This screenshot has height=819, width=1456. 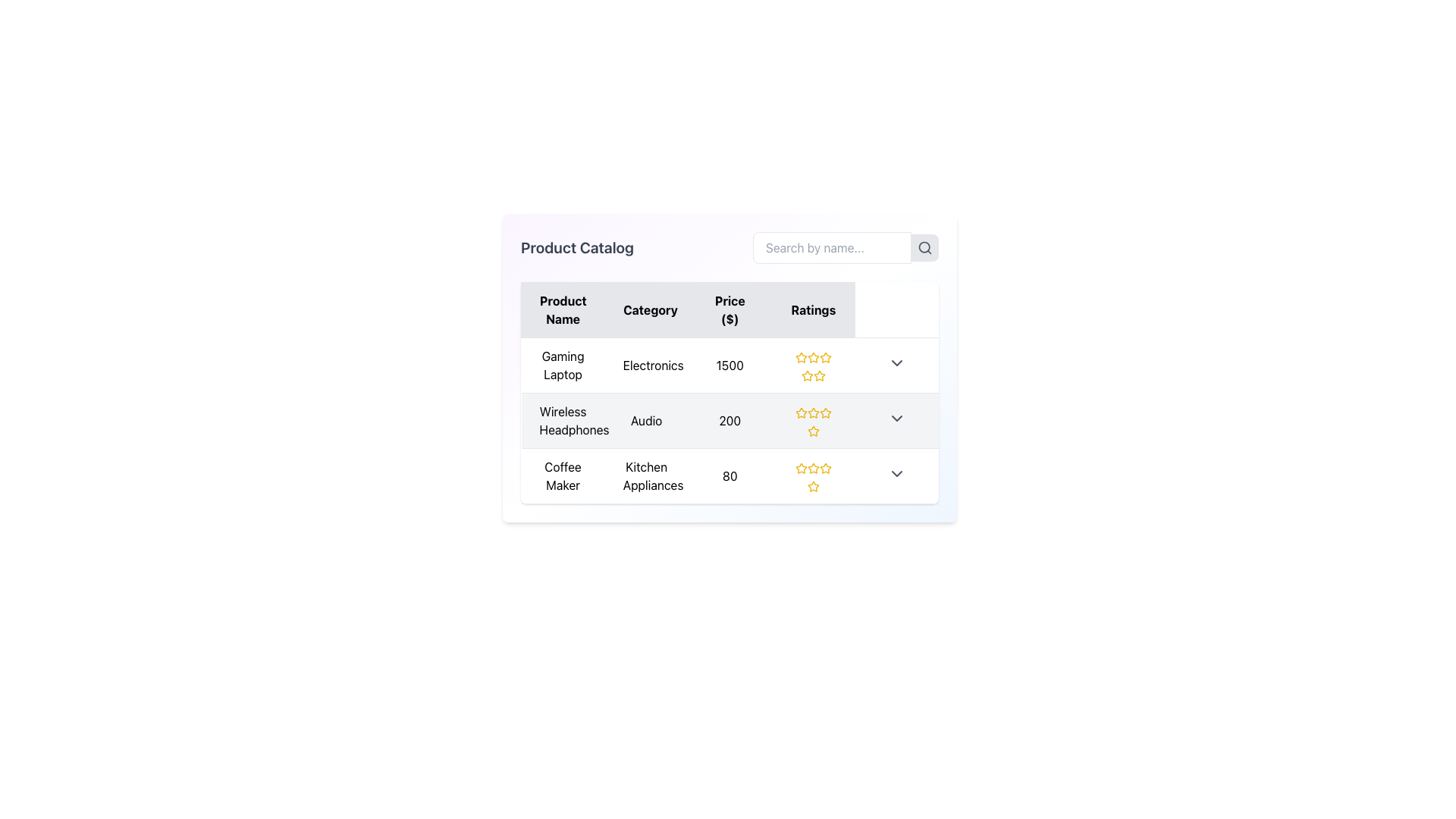 What do you see at coordinates (812, 431) in the screenshot?
I see `the third star icon in the product rating system, which is located in the second row of the ratings column, between two filled yellow stars and two empty star outlines` at bounding box center [812, 431].